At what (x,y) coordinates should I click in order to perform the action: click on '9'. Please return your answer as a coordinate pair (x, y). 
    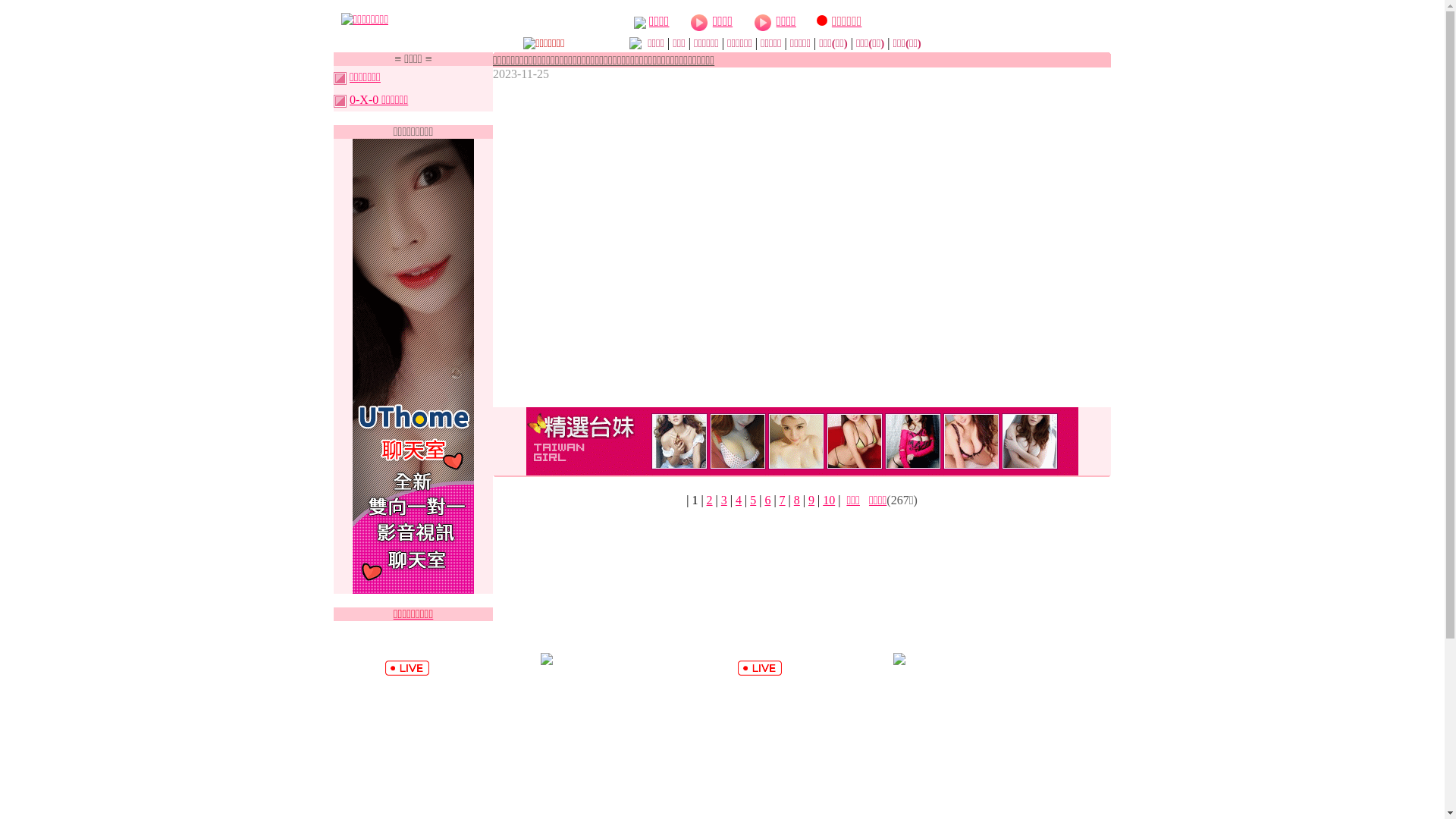
    Looking at the image, I should click on (811, 500).